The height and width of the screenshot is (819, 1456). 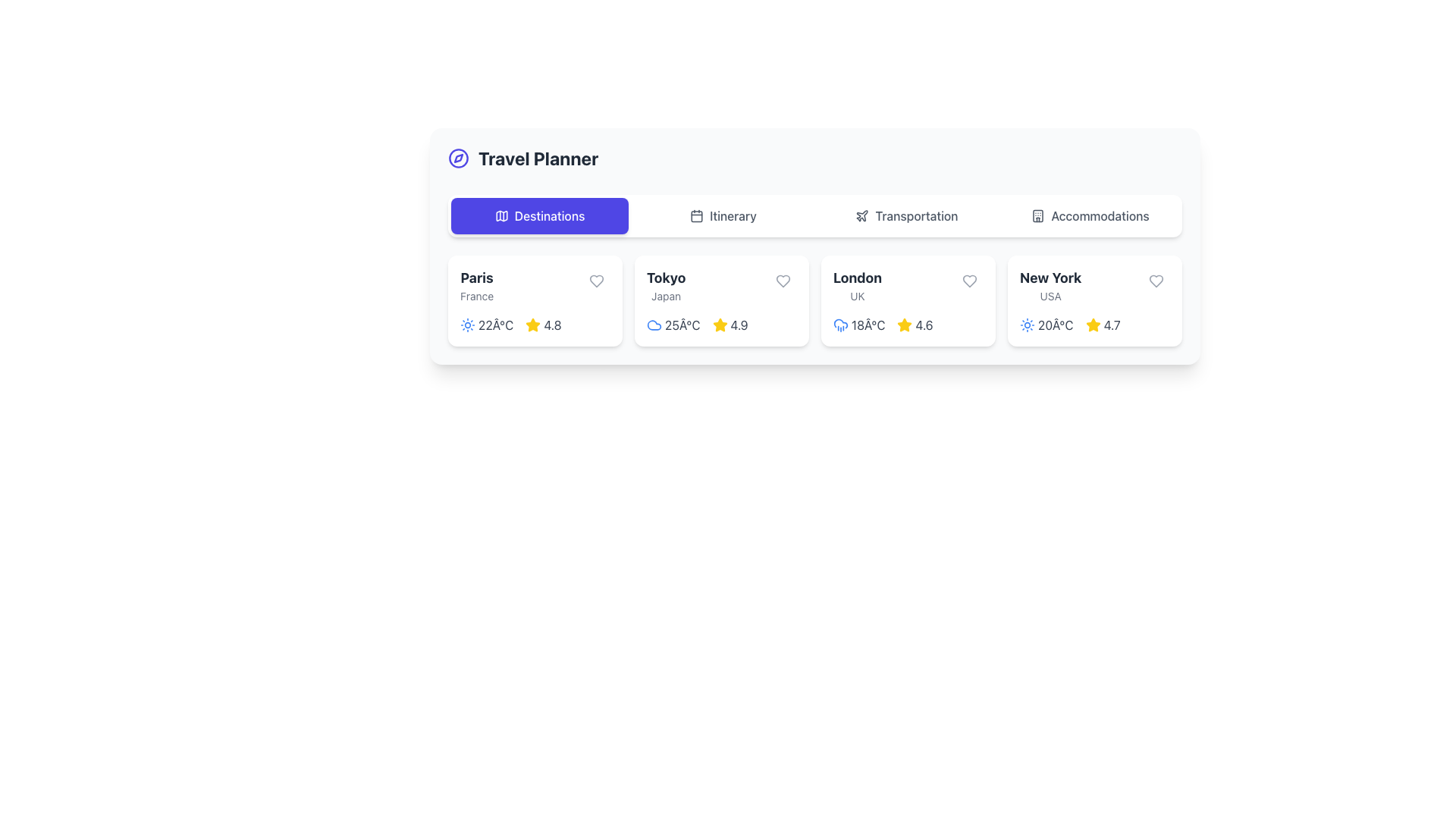 What do you see at coordinates (1095, 324) in the screenshot?
I see `the informational display block that shows temperature and rating information for 'New York, USA', located in the bottom section of the card` at bounding box center [1095, 324].